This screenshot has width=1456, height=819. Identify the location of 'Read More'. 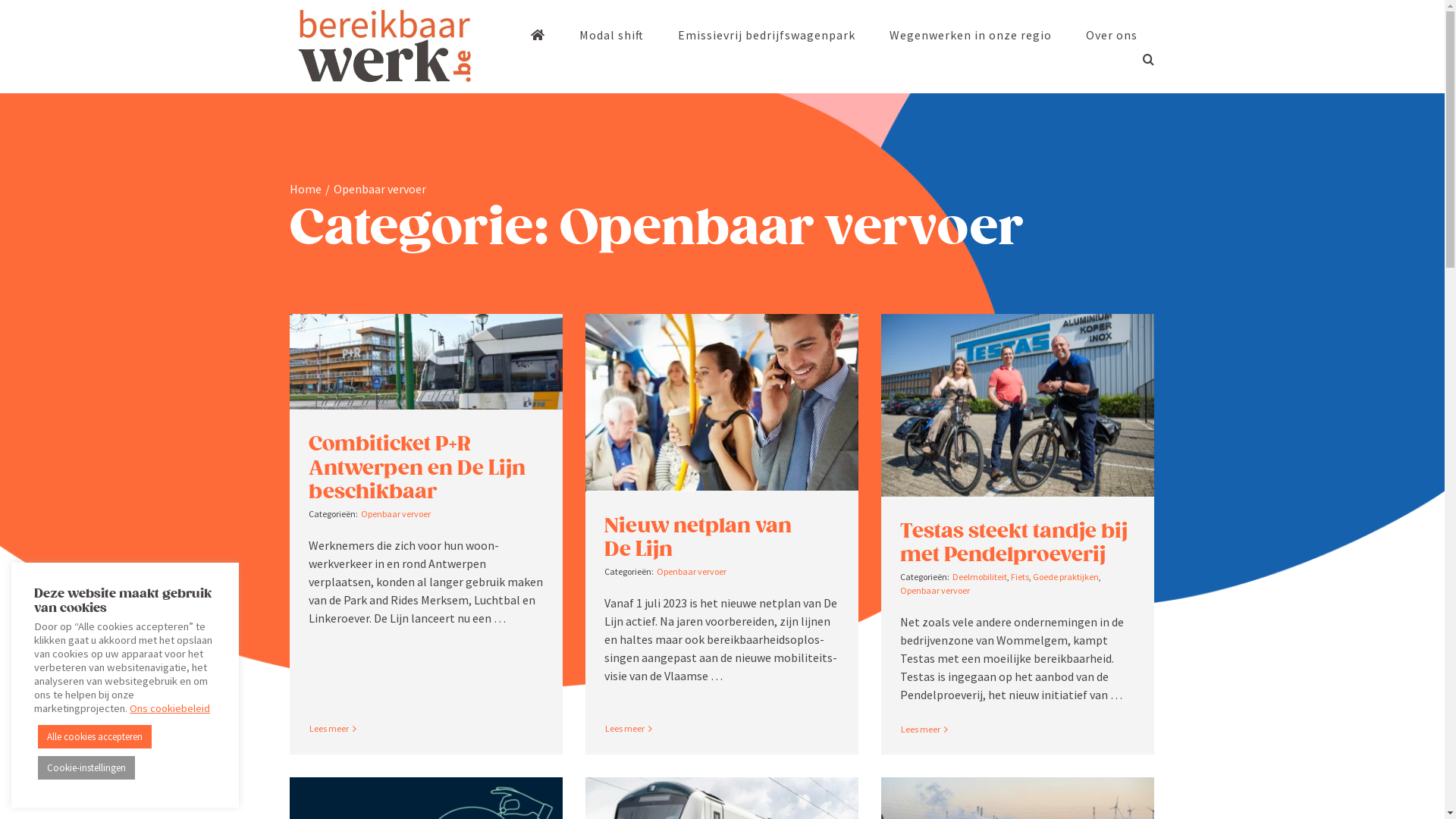
(624, 727).